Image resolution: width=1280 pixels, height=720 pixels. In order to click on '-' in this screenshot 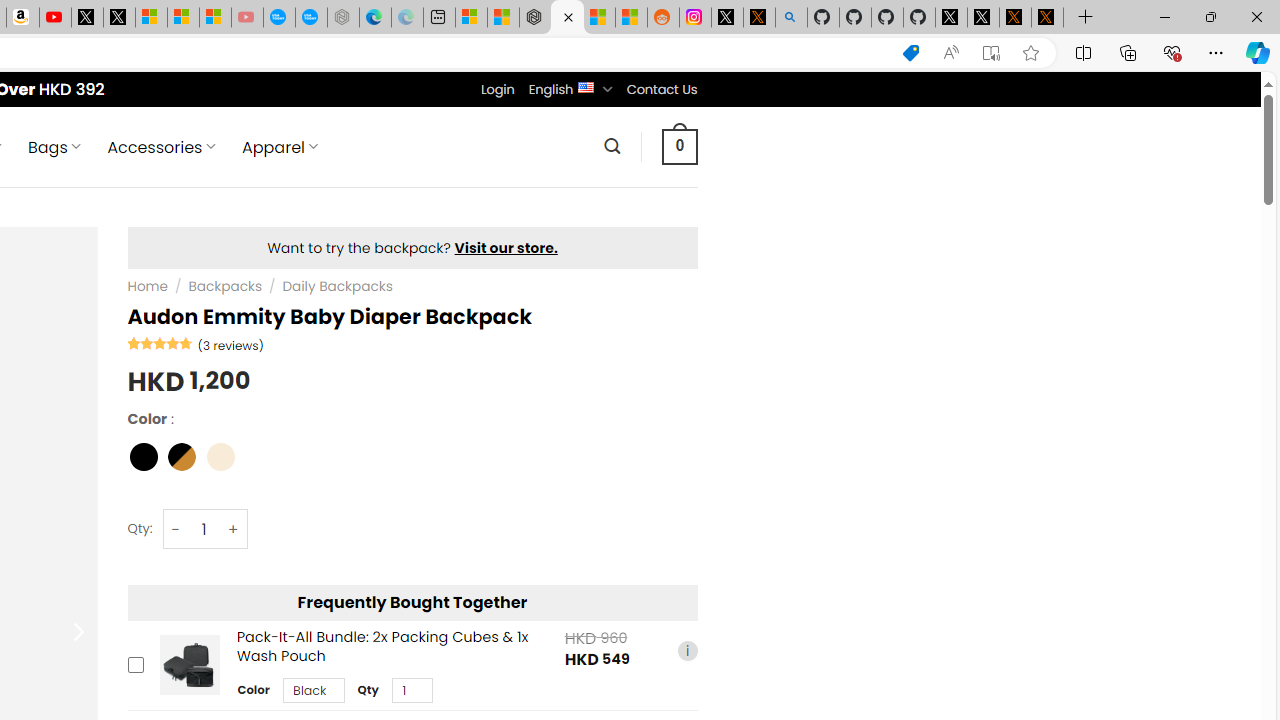, I will do `click(176, 528)`.